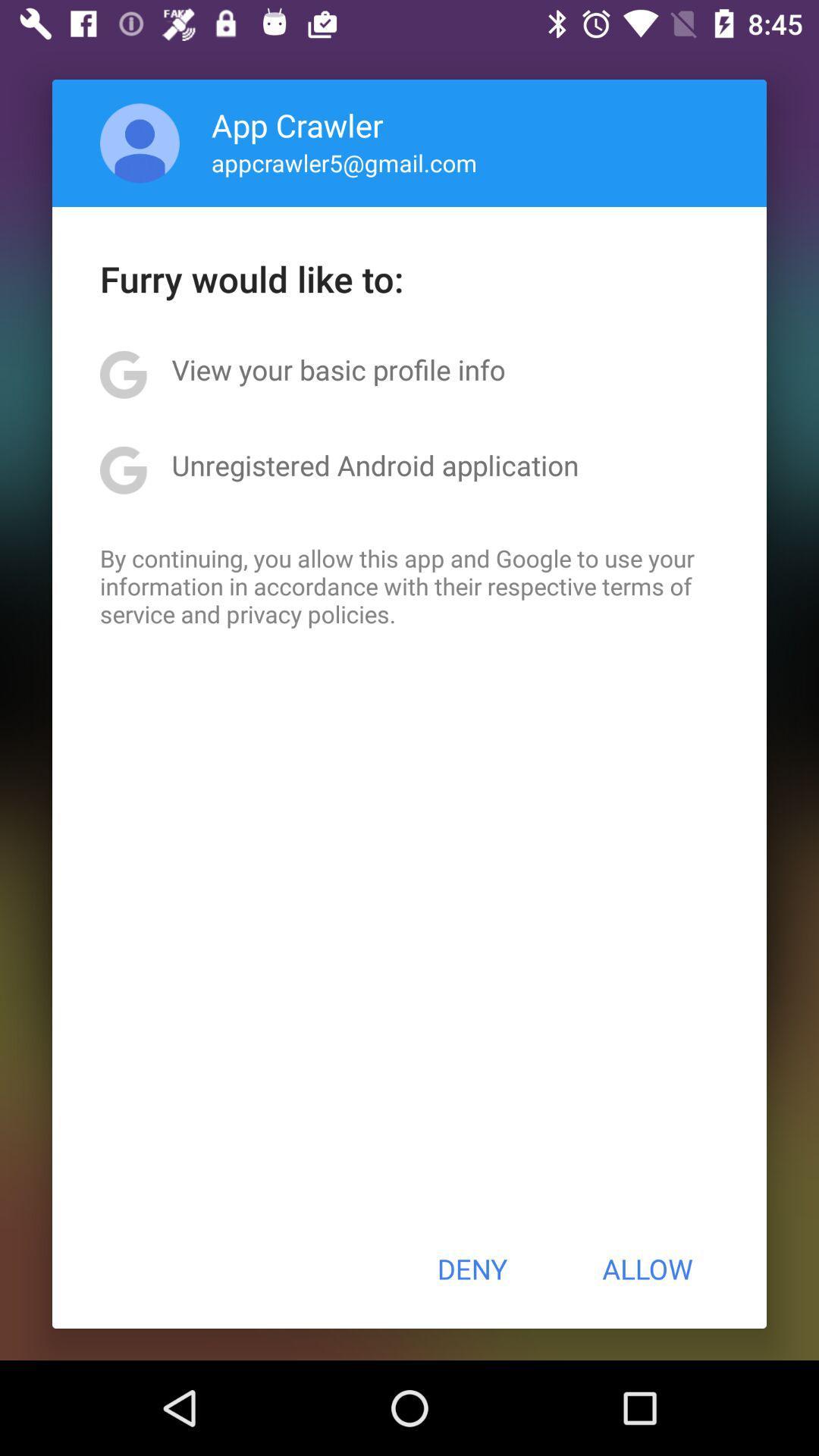  Describe the element at coordinates (471, 1269) in the screenshot. I see `the item below by continuing you icon` at that location.